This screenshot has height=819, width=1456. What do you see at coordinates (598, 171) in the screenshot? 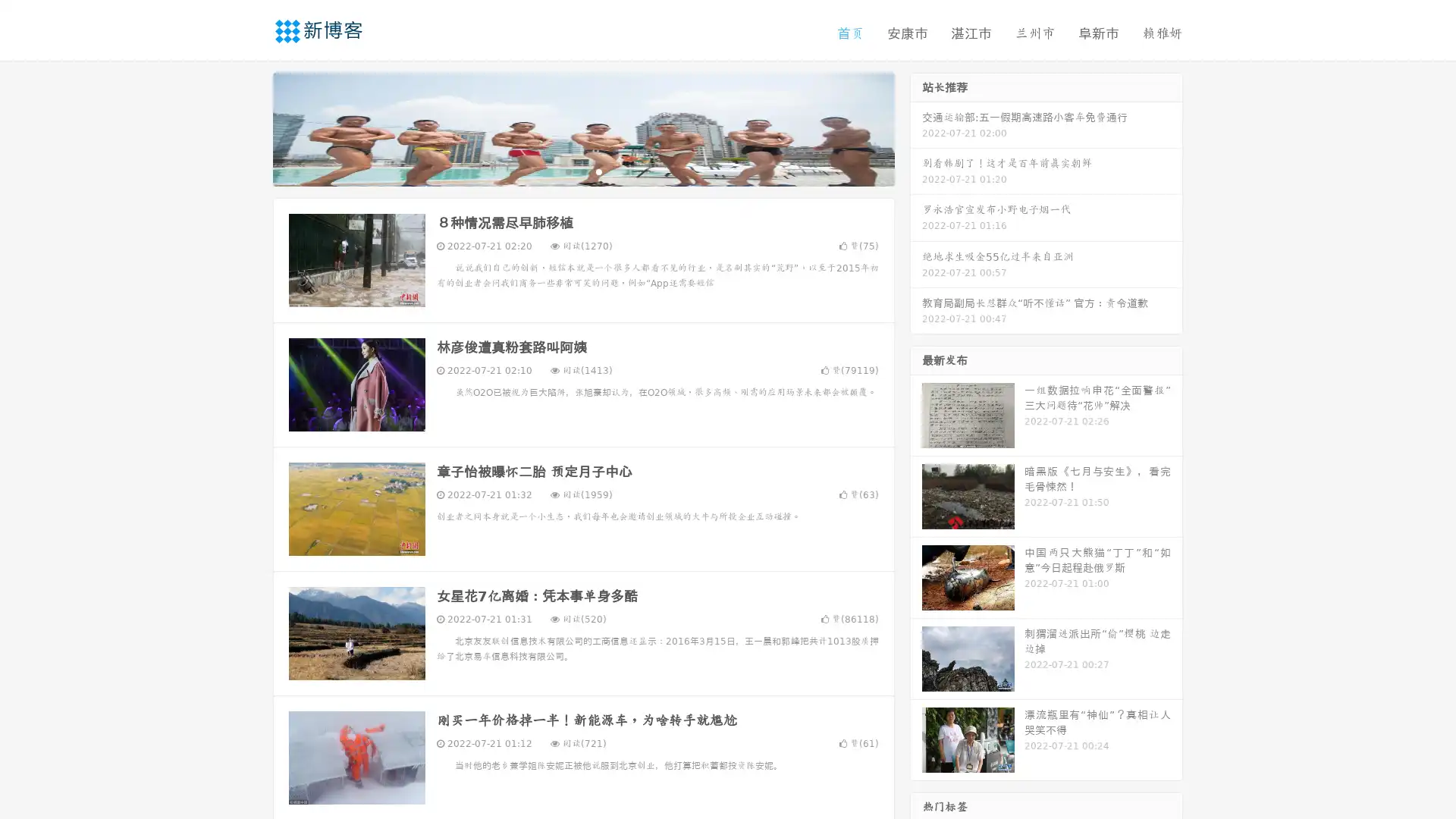
I see `Go to slide 3` at bounding box center [598, 171].